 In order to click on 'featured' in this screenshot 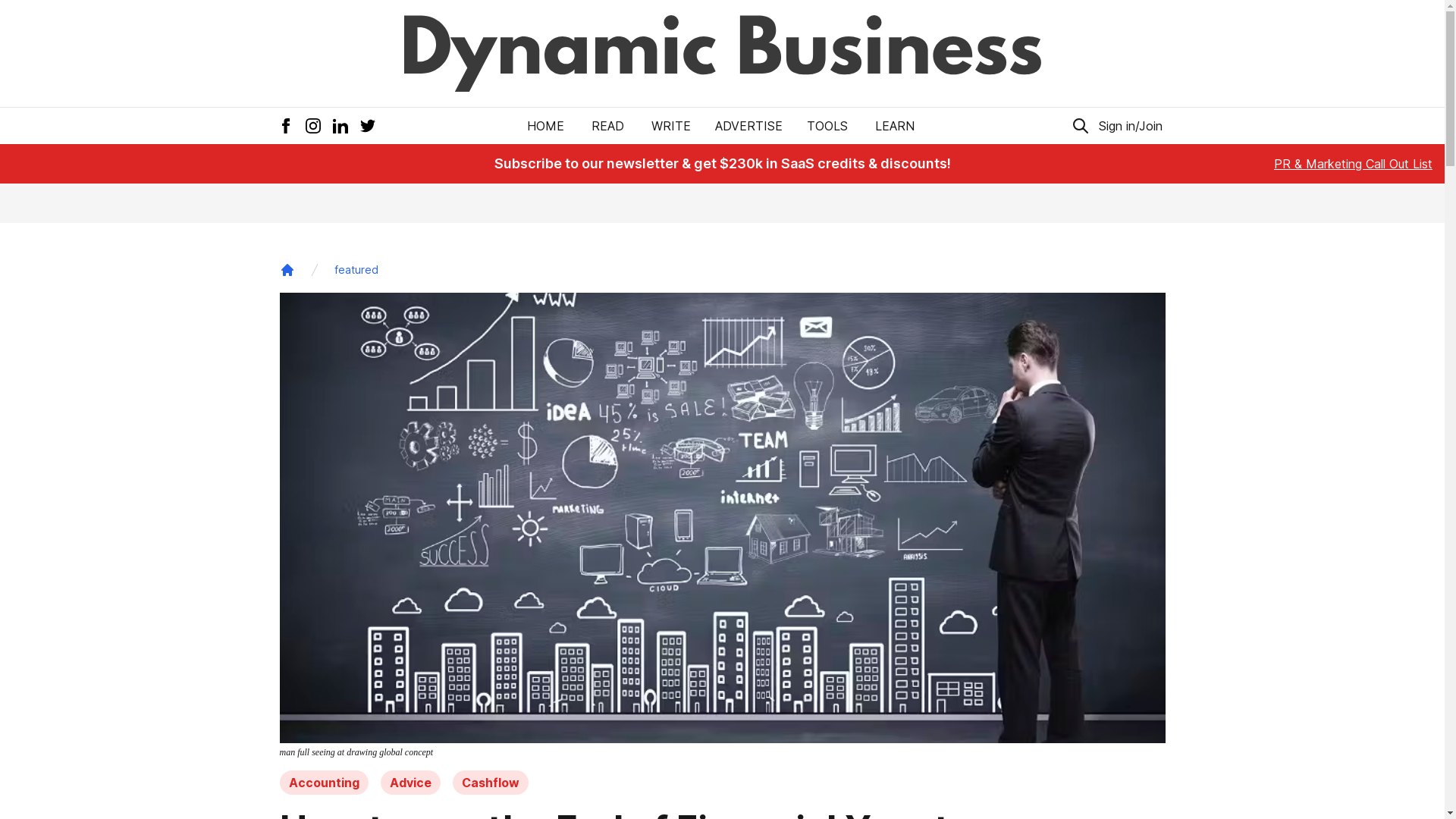, I will do `click(355, 268)`.